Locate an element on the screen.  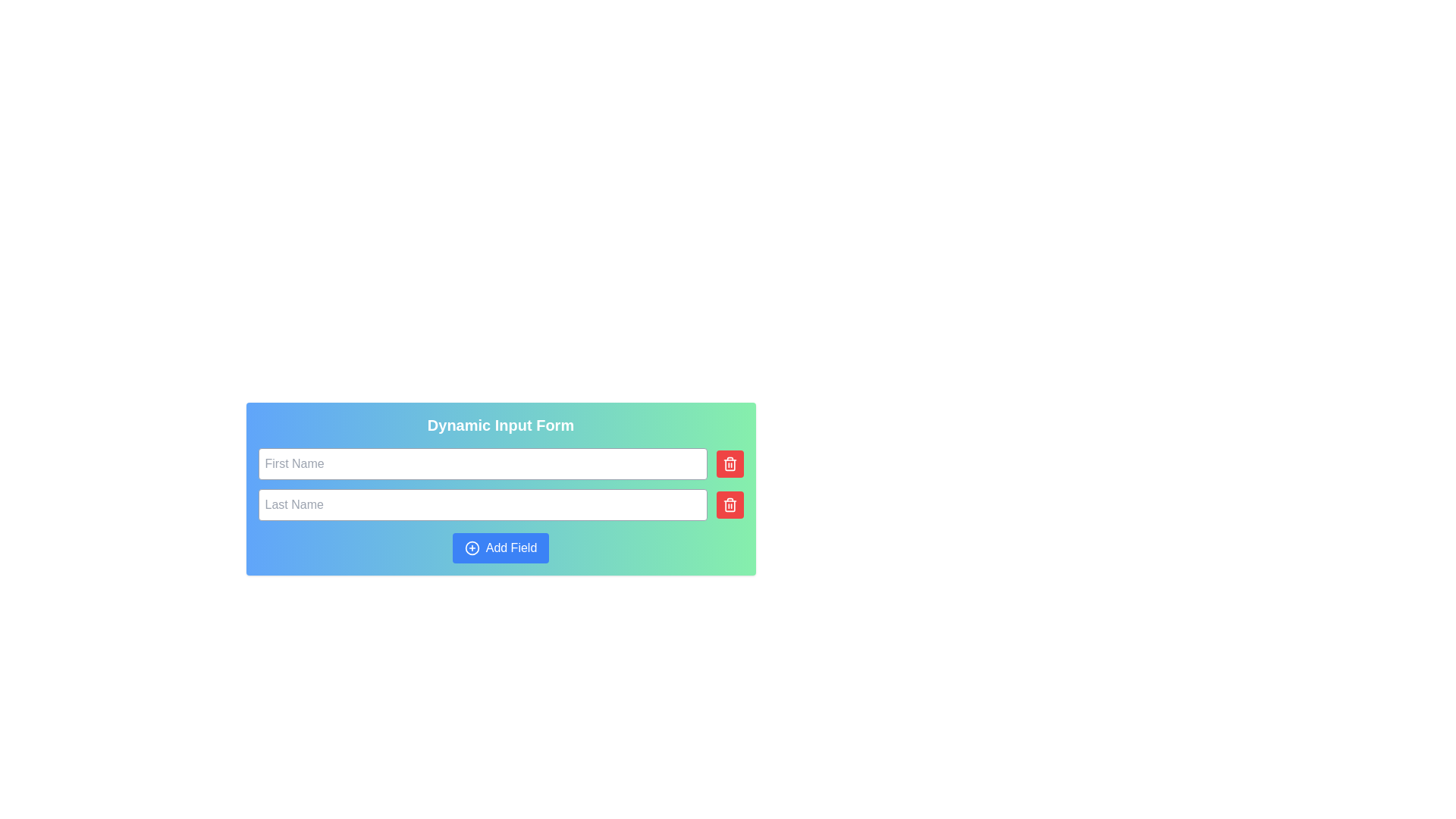
the 'Add Field' button by targeting the Decorative Icon is located at coordinates (471, 548).